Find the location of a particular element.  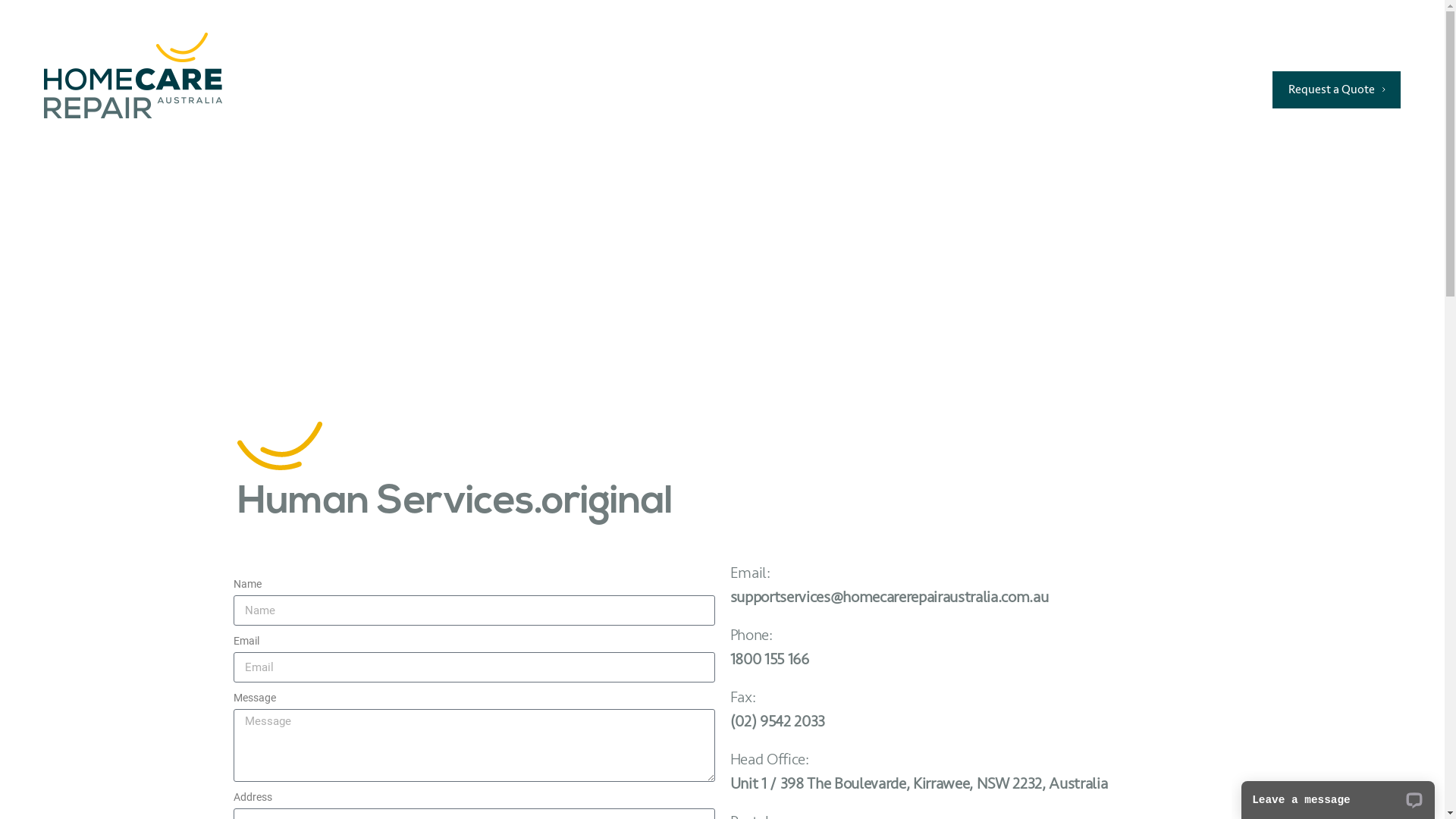

'Services' is located at coordinates (655, 89).